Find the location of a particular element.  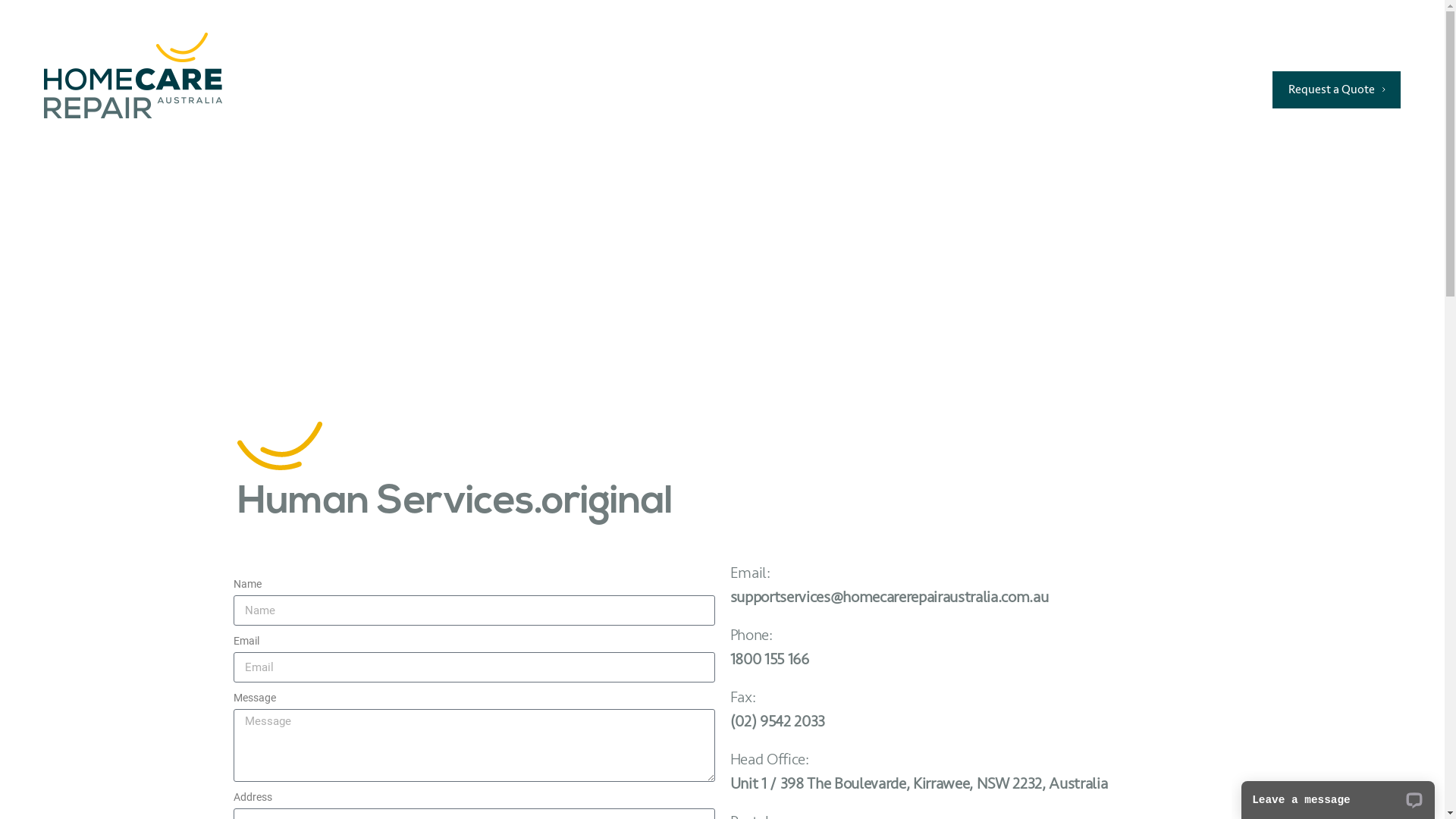

'Services' is located at coordinates (655, 89).